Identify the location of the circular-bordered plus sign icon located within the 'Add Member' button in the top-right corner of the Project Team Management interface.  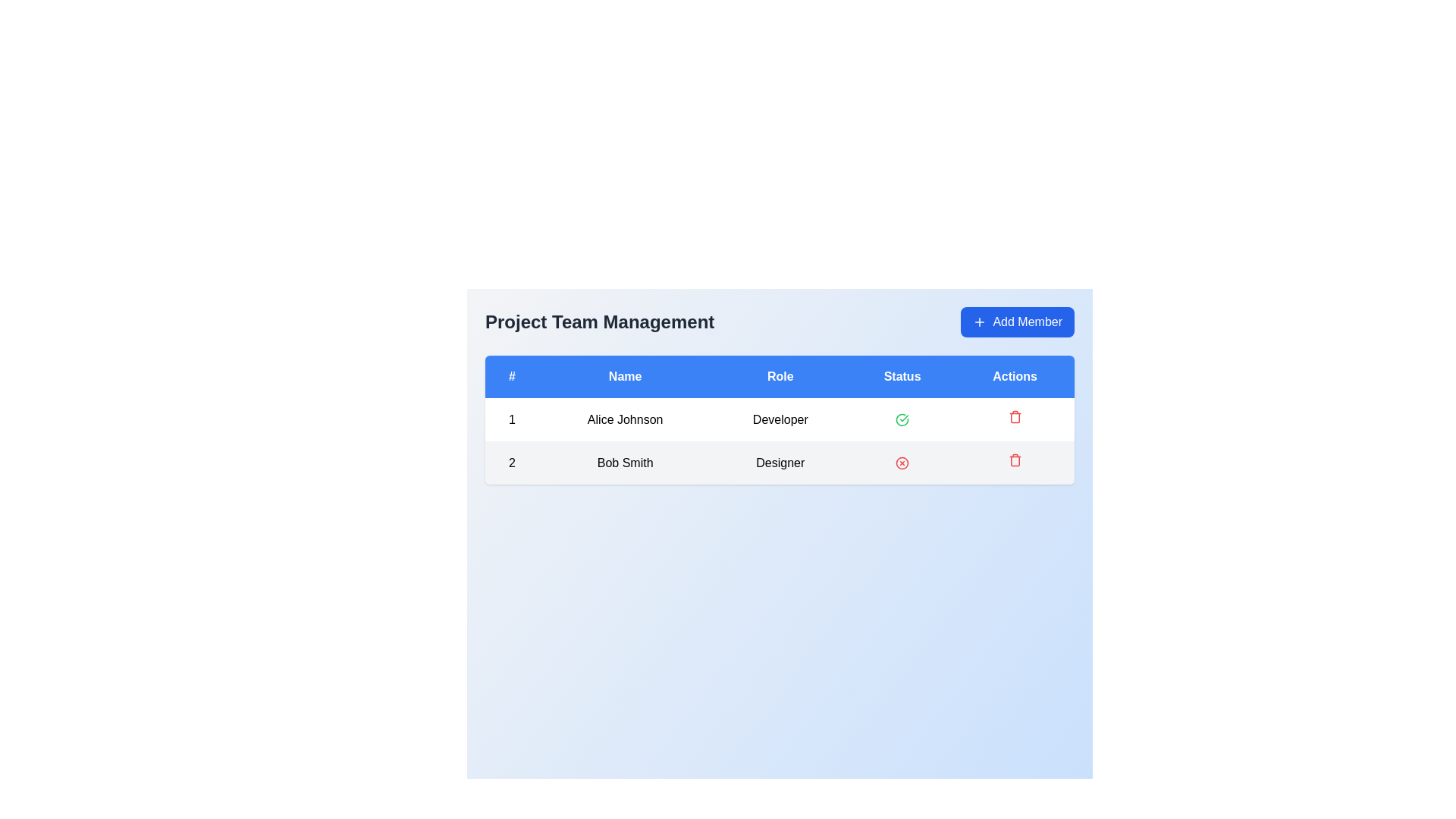
(980, 321).